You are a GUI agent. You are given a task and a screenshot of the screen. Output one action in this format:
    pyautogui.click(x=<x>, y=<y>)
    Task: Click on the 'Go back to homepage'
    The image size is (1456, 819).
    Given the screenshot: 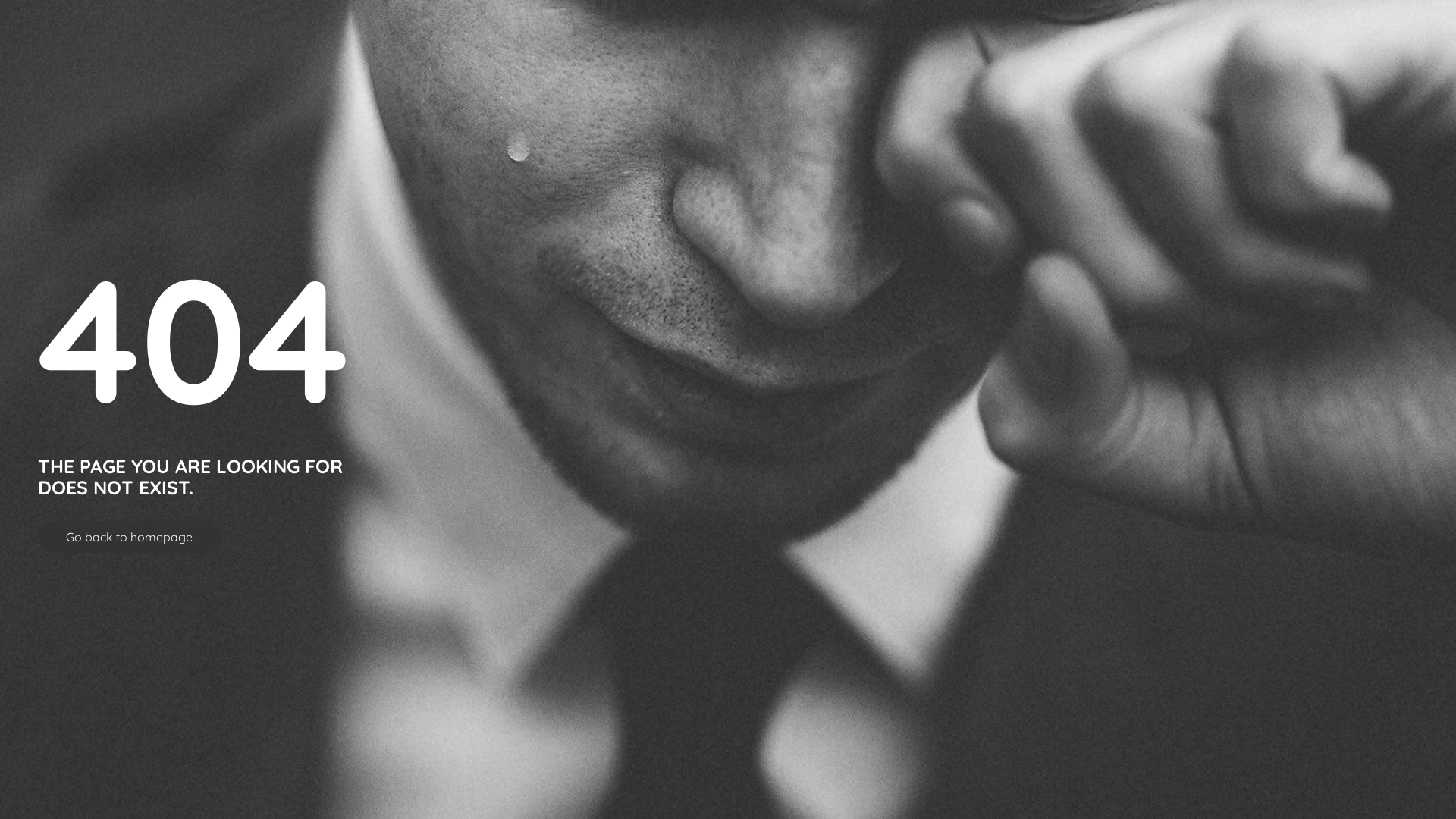 What is the action you would take?
    pyautogui.click(x=129, y=536)
    